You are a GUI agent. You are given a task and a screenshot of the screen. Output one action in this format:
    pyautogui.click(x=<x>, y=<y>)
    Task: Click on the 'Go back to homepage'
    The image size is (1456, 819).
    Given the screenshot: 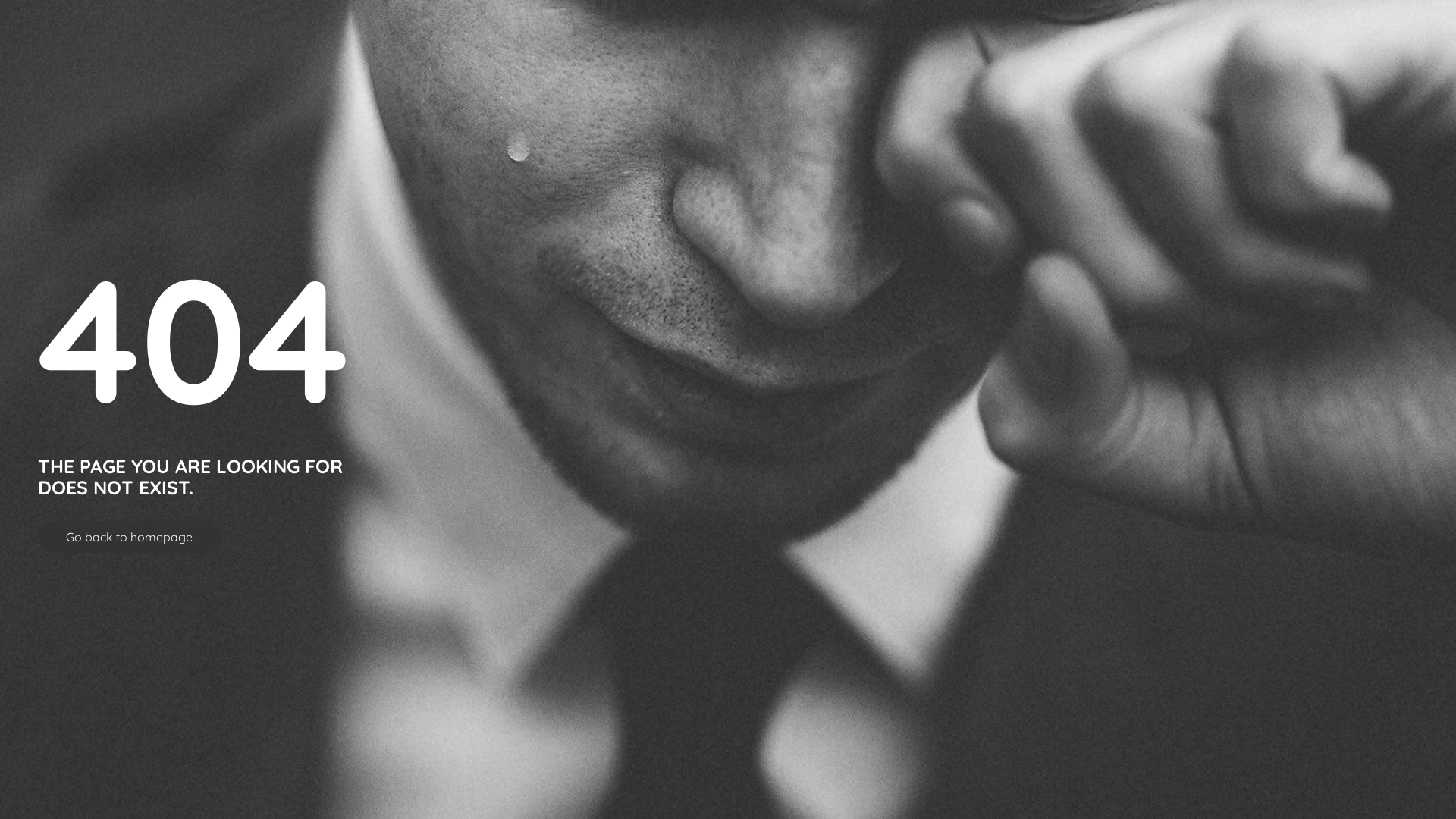 What is the action you would take?
    pyautogui.click(x=129, y=536)
    